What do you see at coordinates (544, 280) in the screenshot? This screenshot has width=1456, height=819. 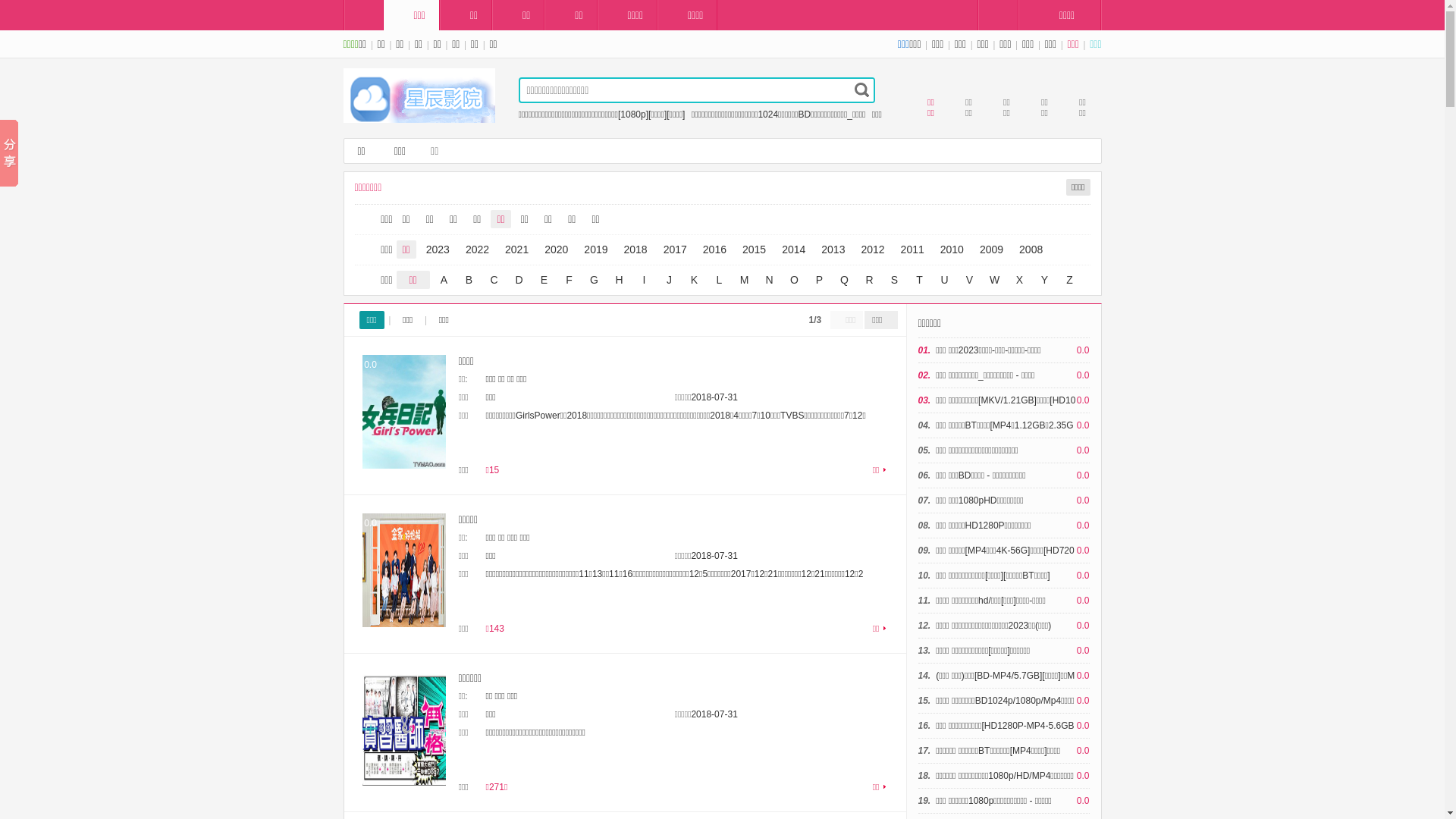 I see `'E'` at bounding box center [544, 280].